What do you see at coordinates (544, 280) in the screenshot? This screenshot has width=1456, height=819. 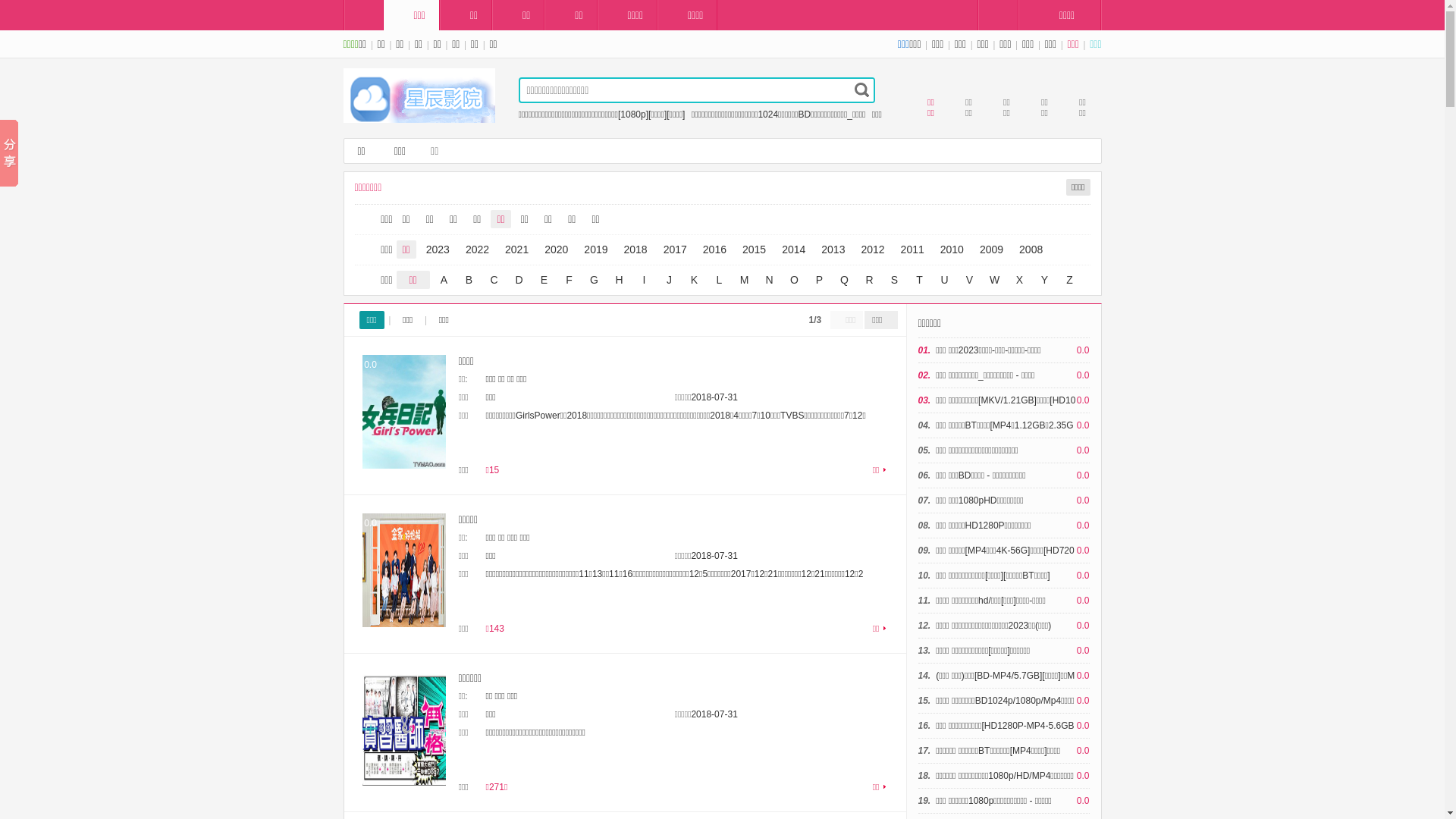 I see `'E'` at bounding box center [544, 280].